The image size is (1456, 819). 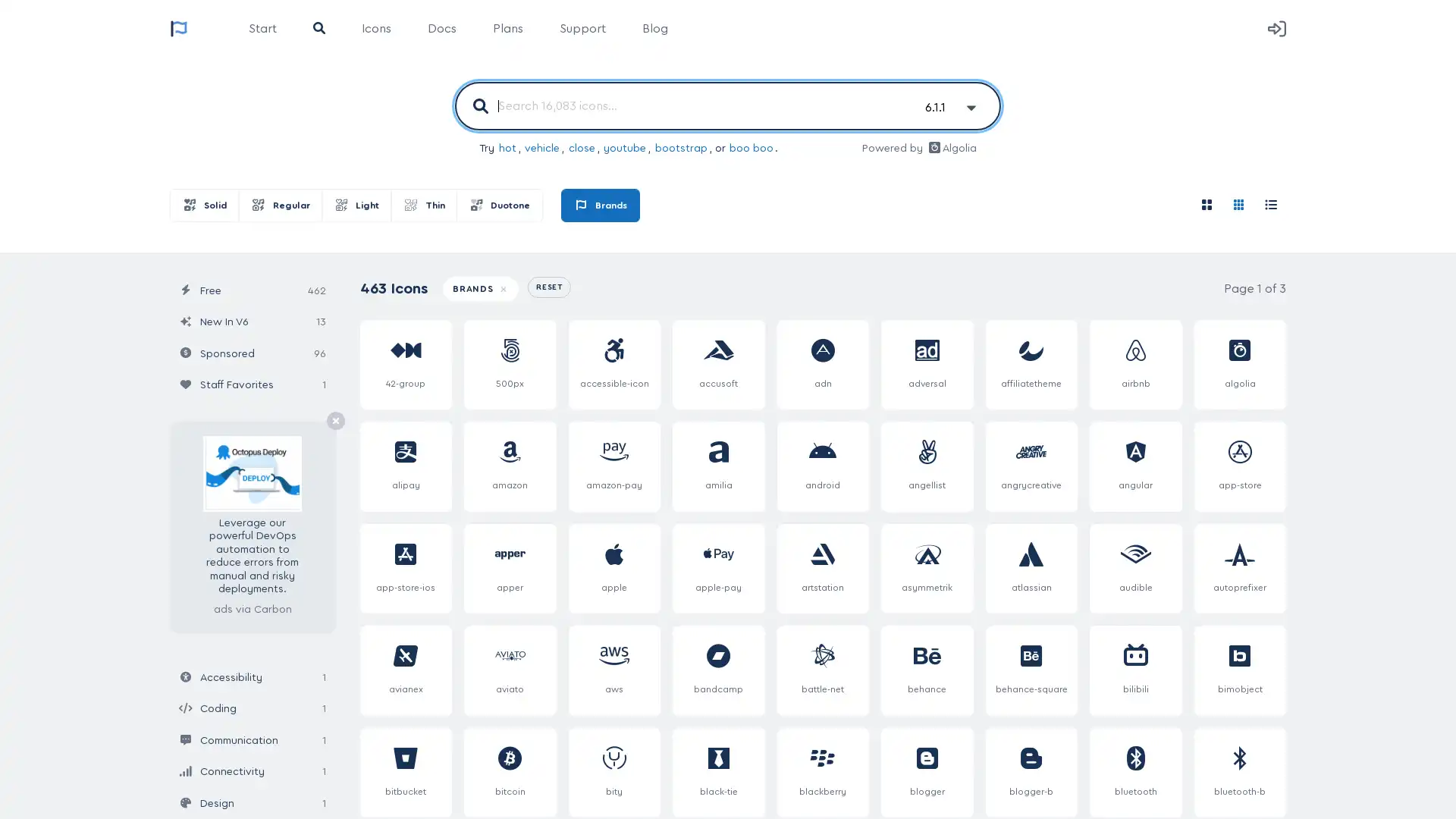 What do you see at coordinates (334, 431) in the screenshot?
I see `Remove Ad` at bounding box center [334, 431].